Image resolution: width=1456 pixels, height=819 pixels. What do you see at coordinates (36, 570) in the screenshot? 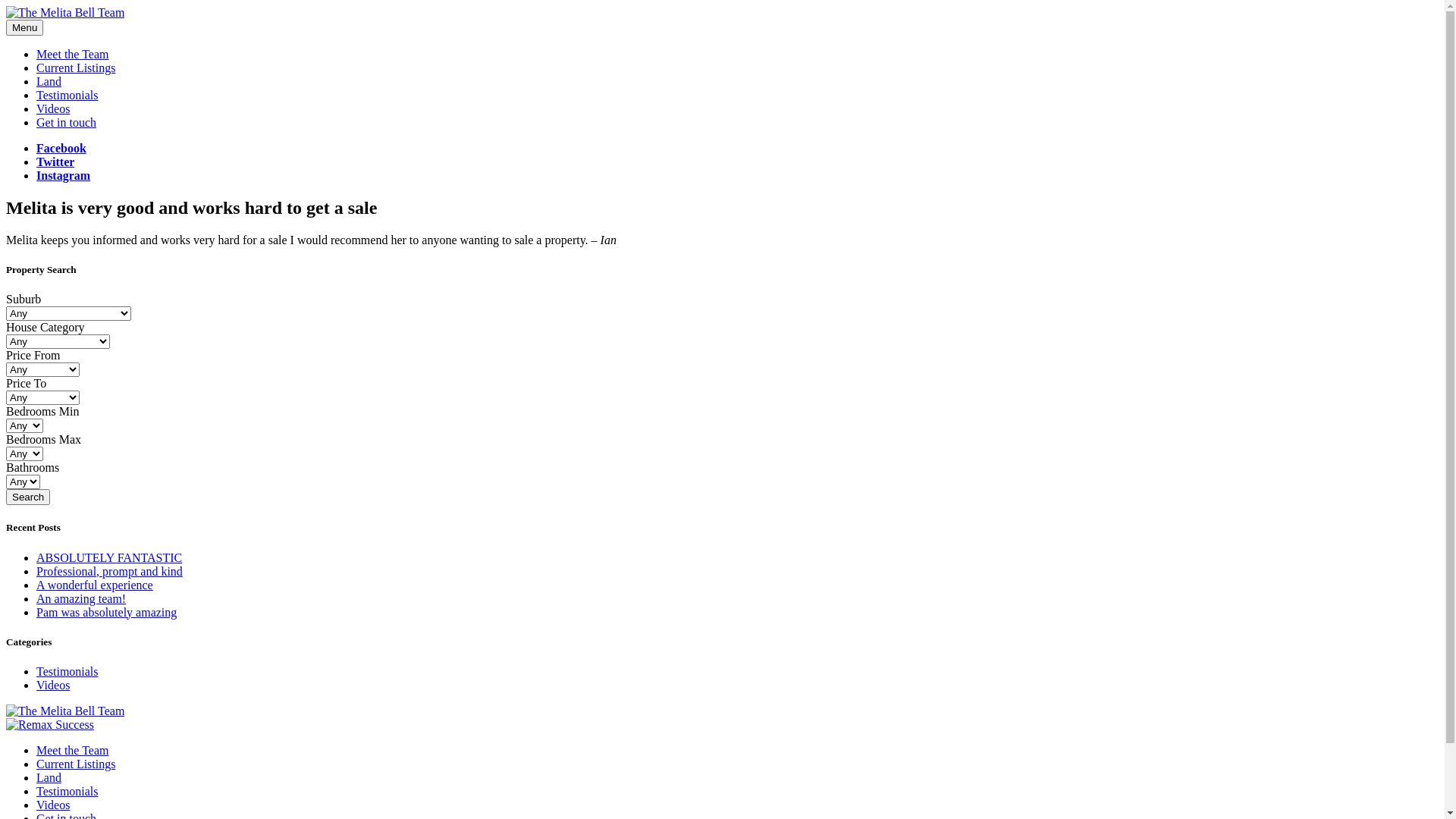
I see `'Professional, prompt and kind'` at bounding box center [36, 570].